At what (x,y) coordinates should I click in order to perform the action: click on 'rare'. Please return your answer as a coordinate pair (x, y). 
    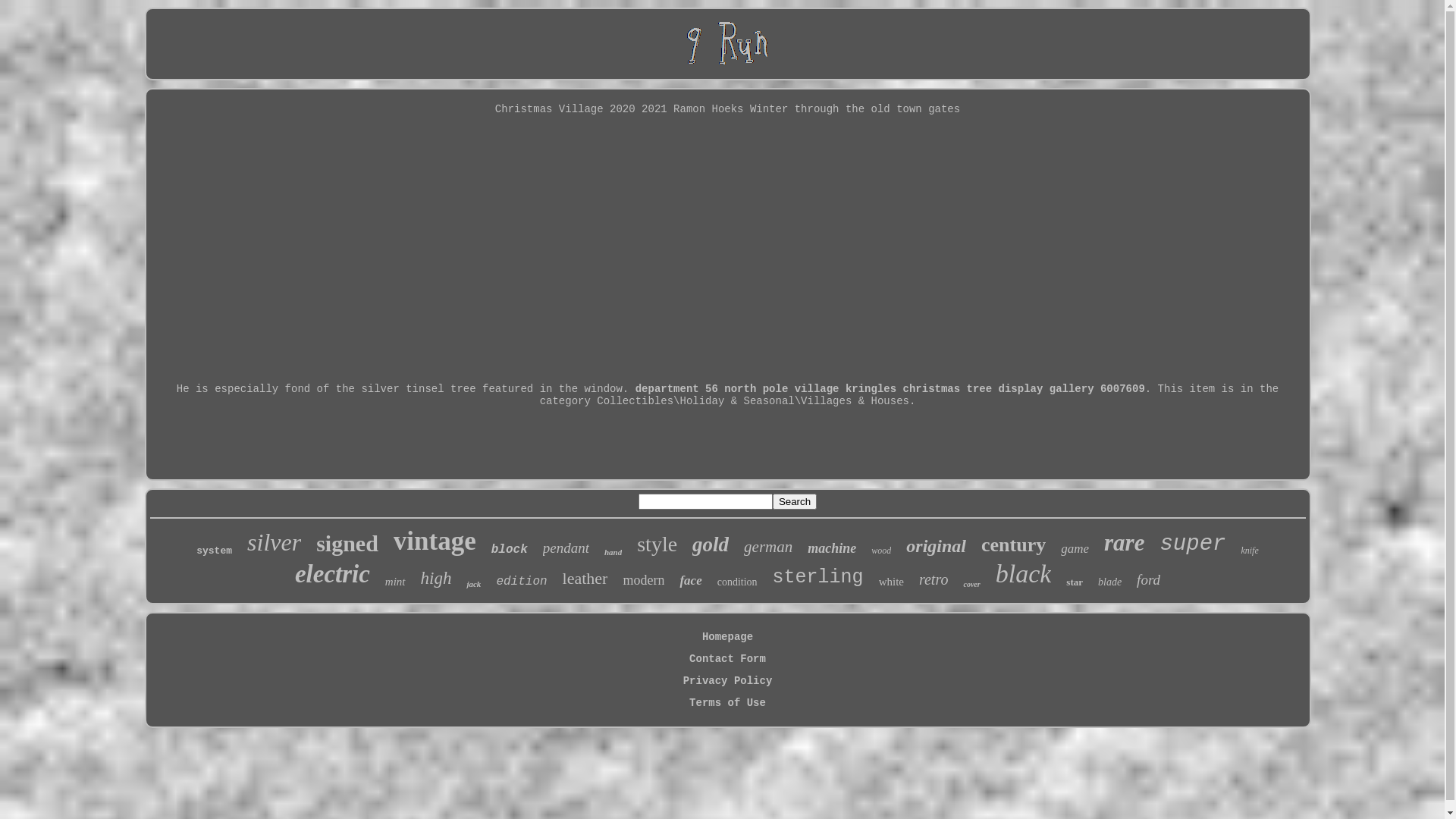
    Looking at the image, I should click on (1124, 542).